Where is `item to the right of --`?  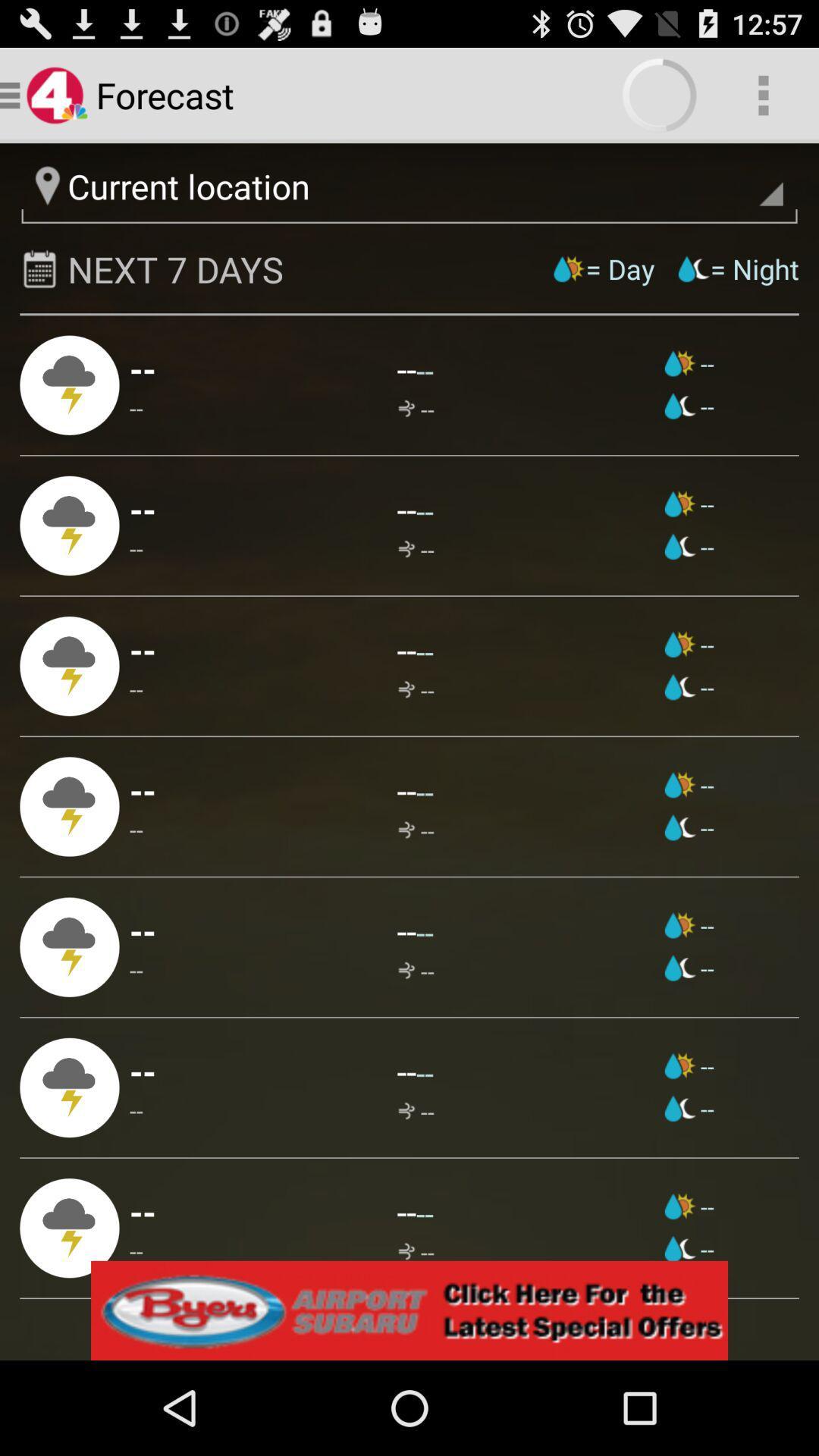 item to the right of -- is located at coordinates (689, 1206).